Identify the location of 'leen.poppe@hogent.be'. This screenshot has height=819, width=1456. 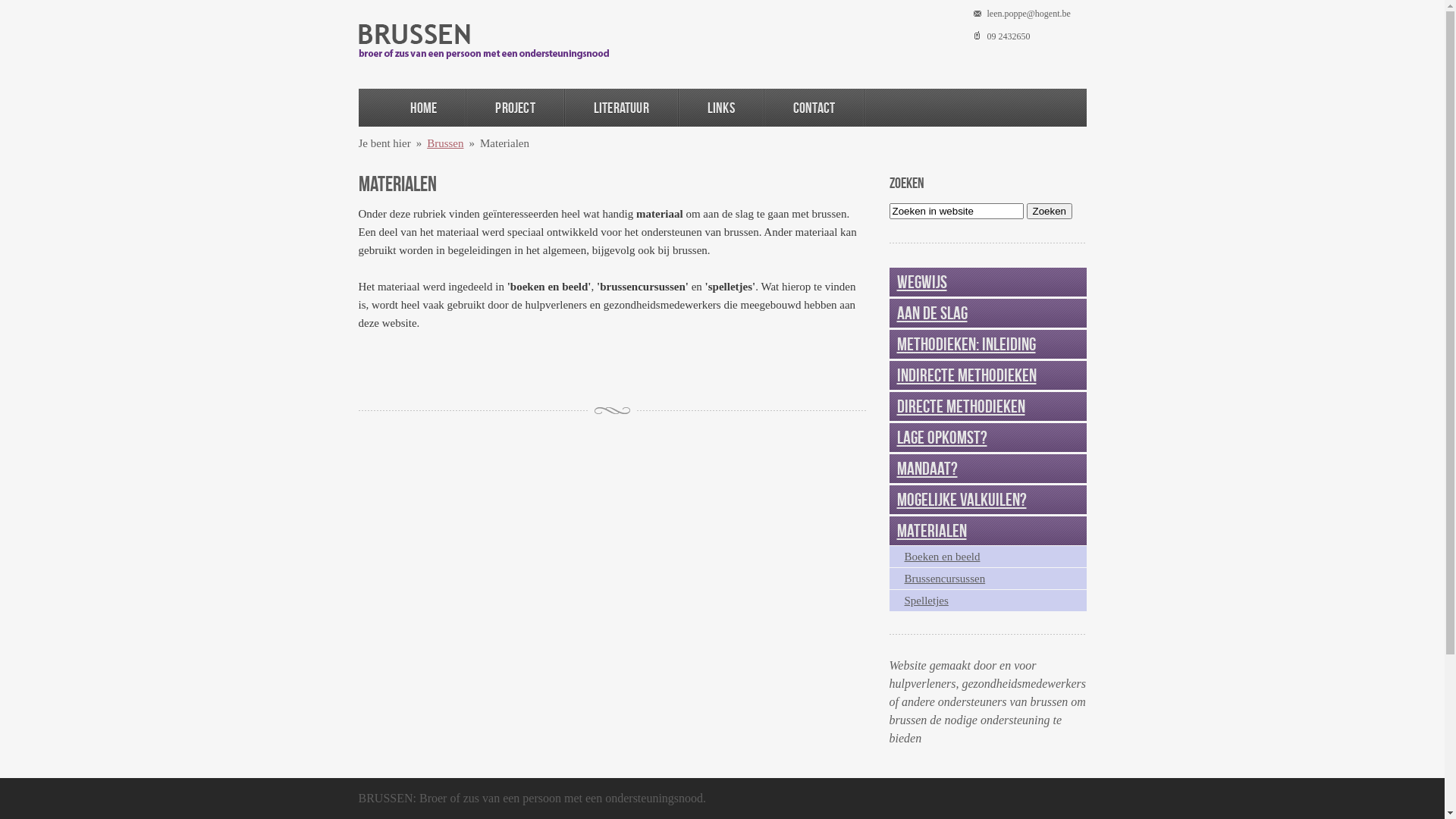
(987, 14).